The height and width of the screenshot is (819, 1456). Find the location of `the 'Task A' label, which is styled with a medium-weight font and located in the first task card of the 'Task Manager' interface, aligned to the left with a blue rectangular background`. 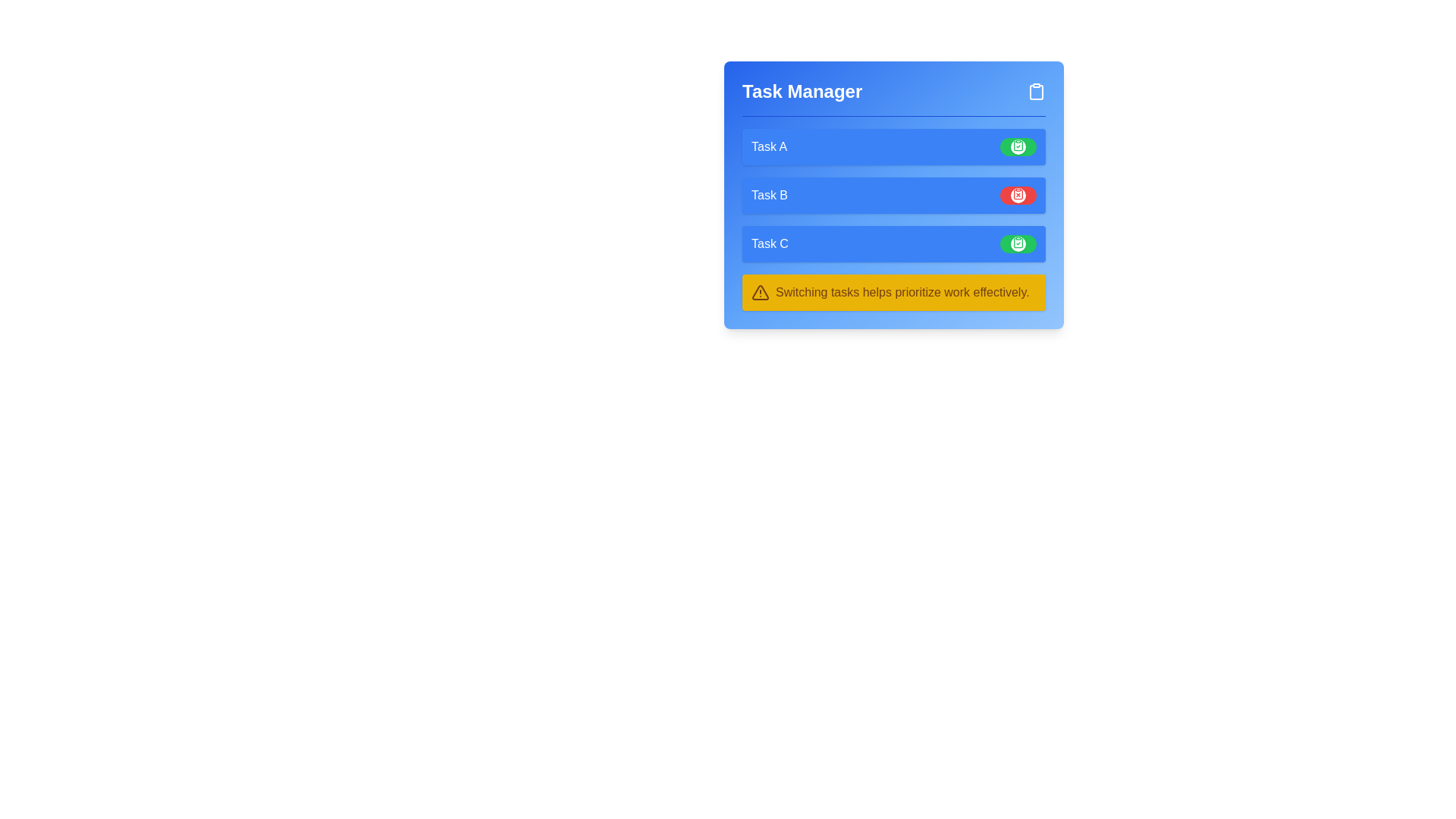

the 'Task A' label, which is styled with a medium-weight font and located in the first task card of the 'Task Manager' interface, aligned to the left with a blue rectangular background is located at coordinates (769, 146).